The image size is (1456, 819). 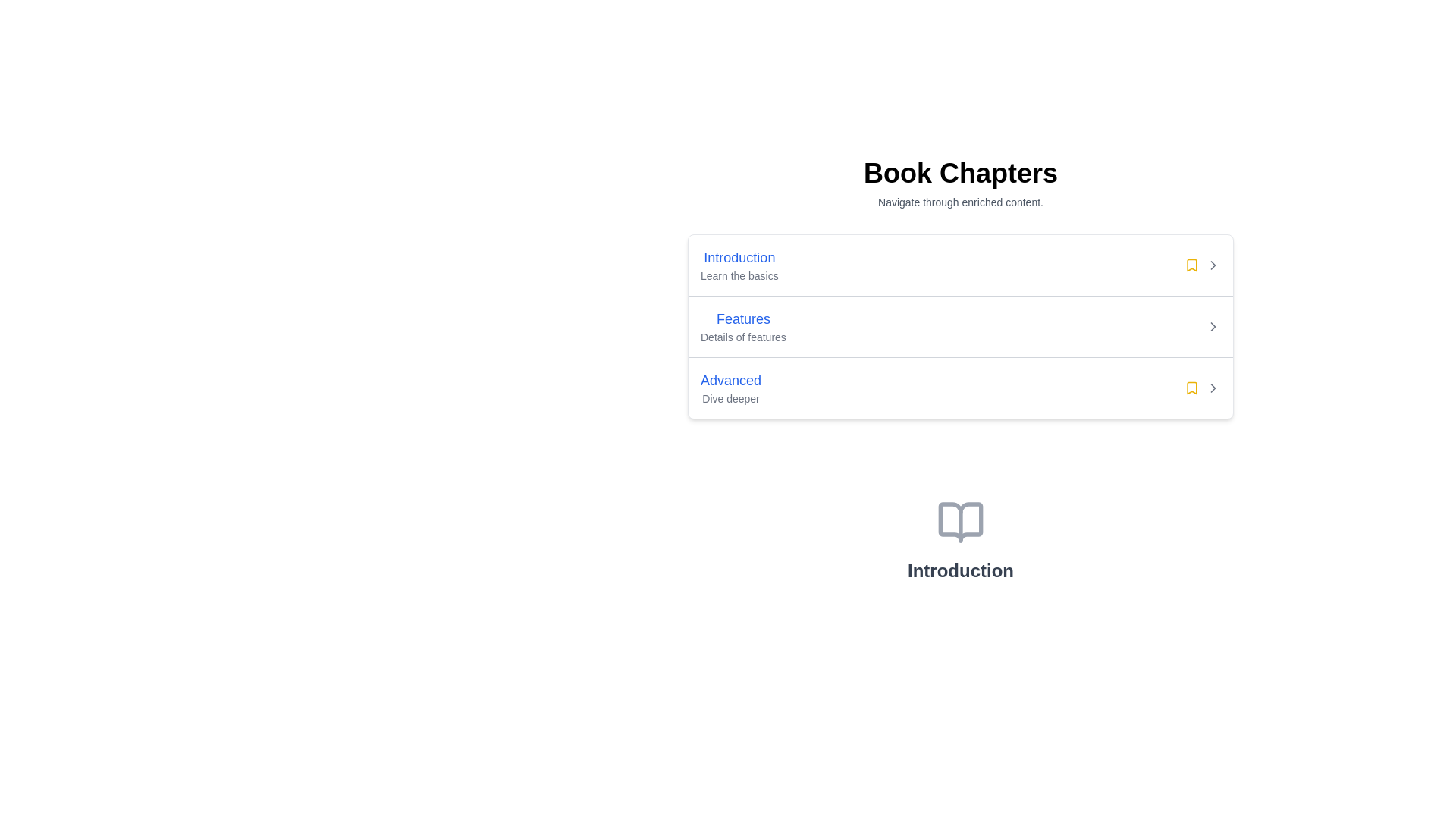 What do you see at coordinates (960, 570) in the screenshot?
I see `the 'Introduction' text heading which is displayed in bold and larger font size, located centrally between the book icon and the descriptive text 'Learn the basics.'` at bounding box center [960, 570].